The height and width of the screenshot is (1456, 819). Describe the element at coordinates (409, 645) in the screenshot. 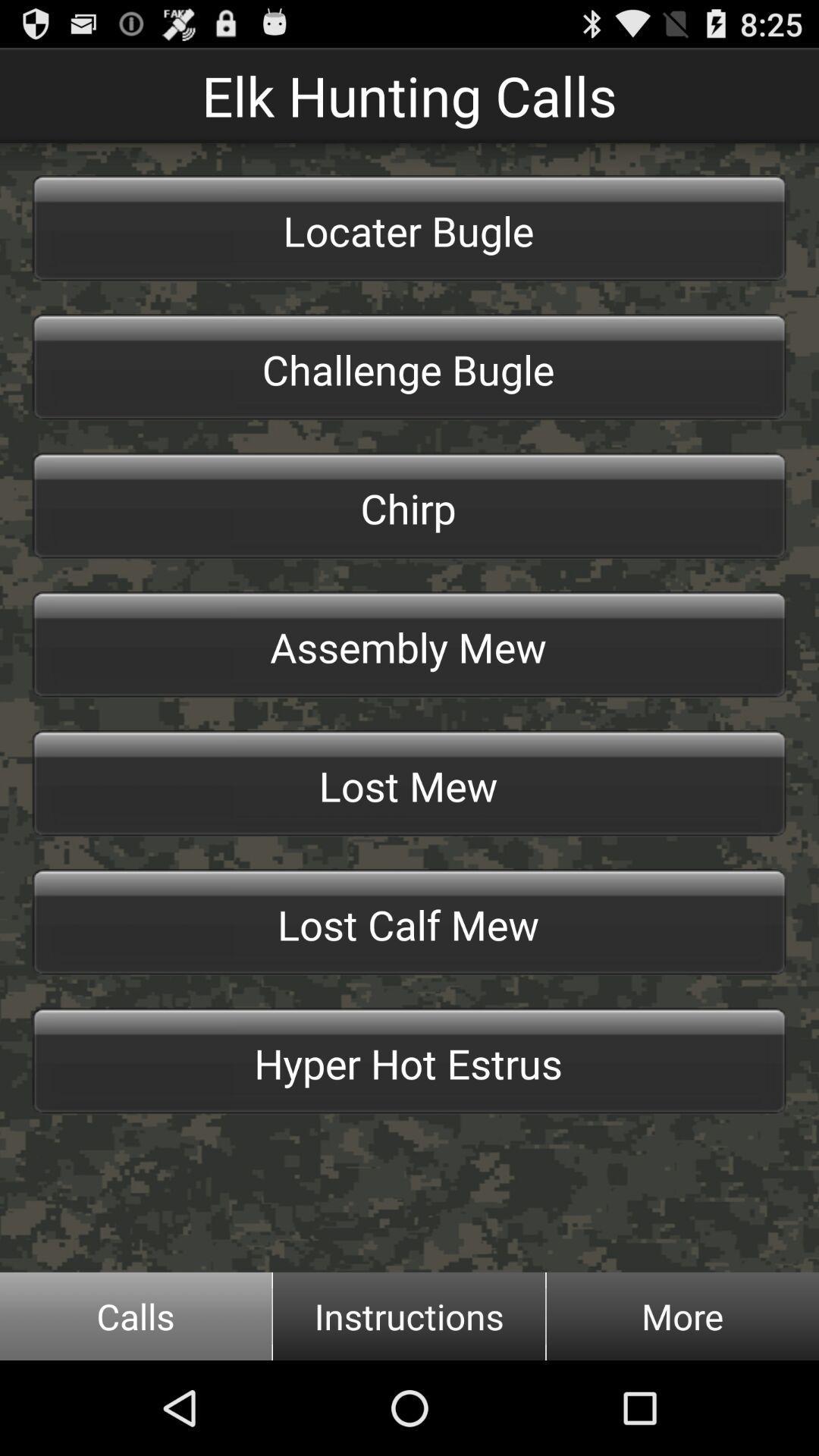

I see `the assembly mew` at that location.